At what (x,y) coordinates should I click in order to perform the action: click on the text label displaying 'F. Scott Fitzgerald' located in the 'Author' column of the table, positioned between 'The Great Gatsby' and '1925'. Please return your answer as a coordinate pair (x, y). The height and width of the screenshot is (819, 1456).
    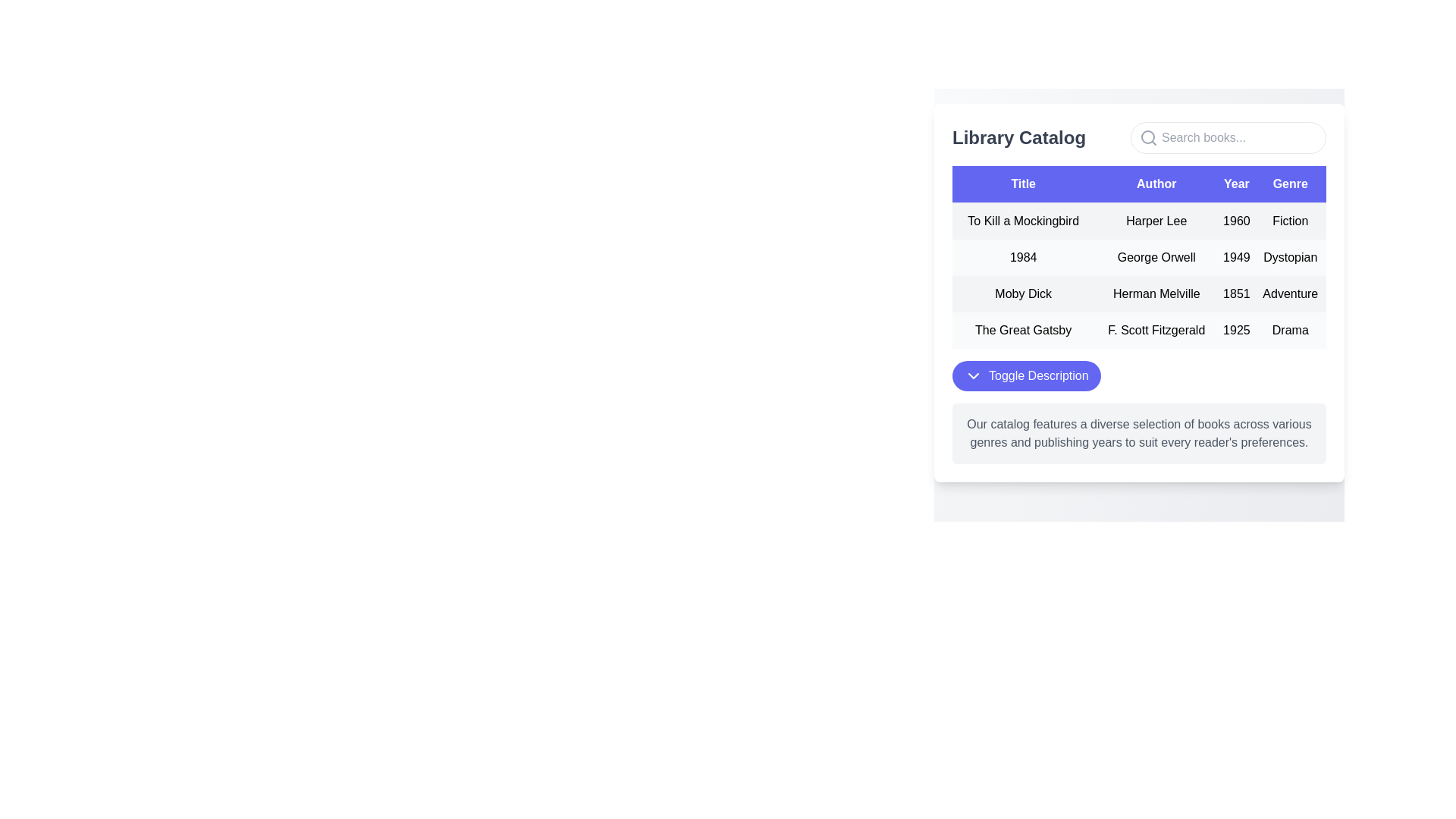
    Looking at the image, I should click on (1156, 329).